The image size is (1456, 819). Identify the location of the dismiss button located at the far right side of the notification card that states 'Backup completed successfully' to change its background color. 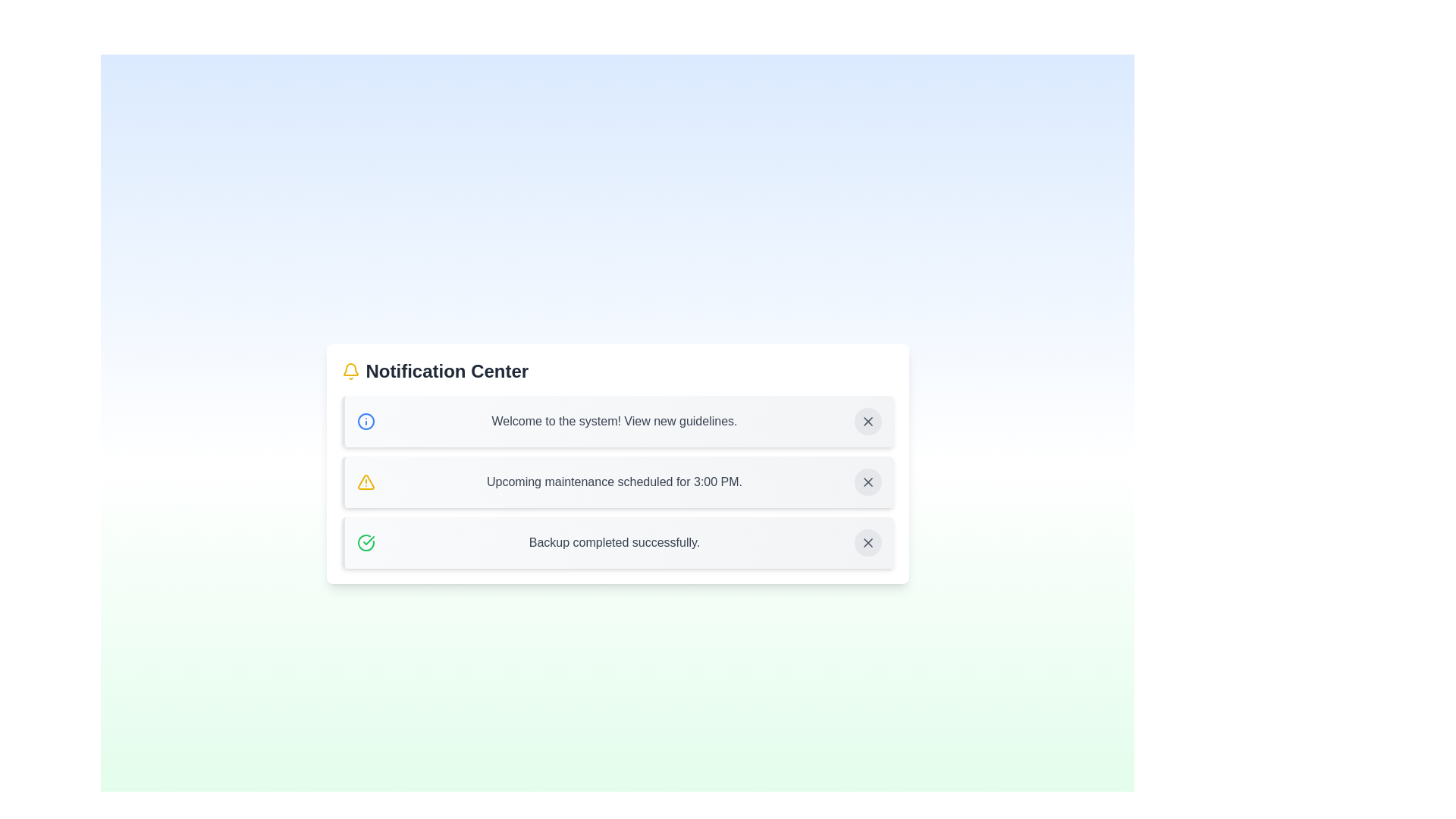
(868, 542).